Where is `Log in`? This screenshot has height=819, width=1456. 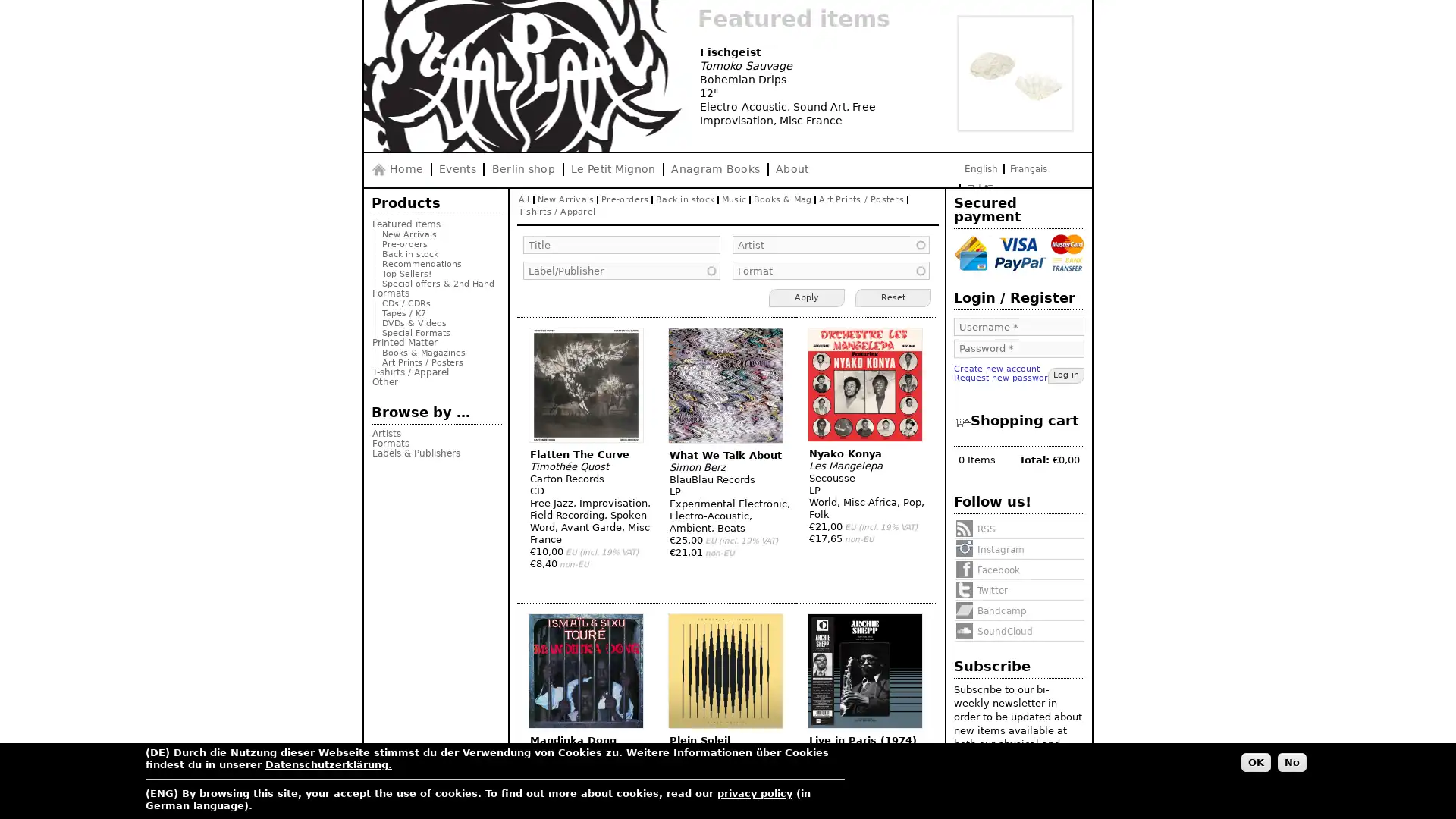
Log in is located at coordinates (1065, 375).